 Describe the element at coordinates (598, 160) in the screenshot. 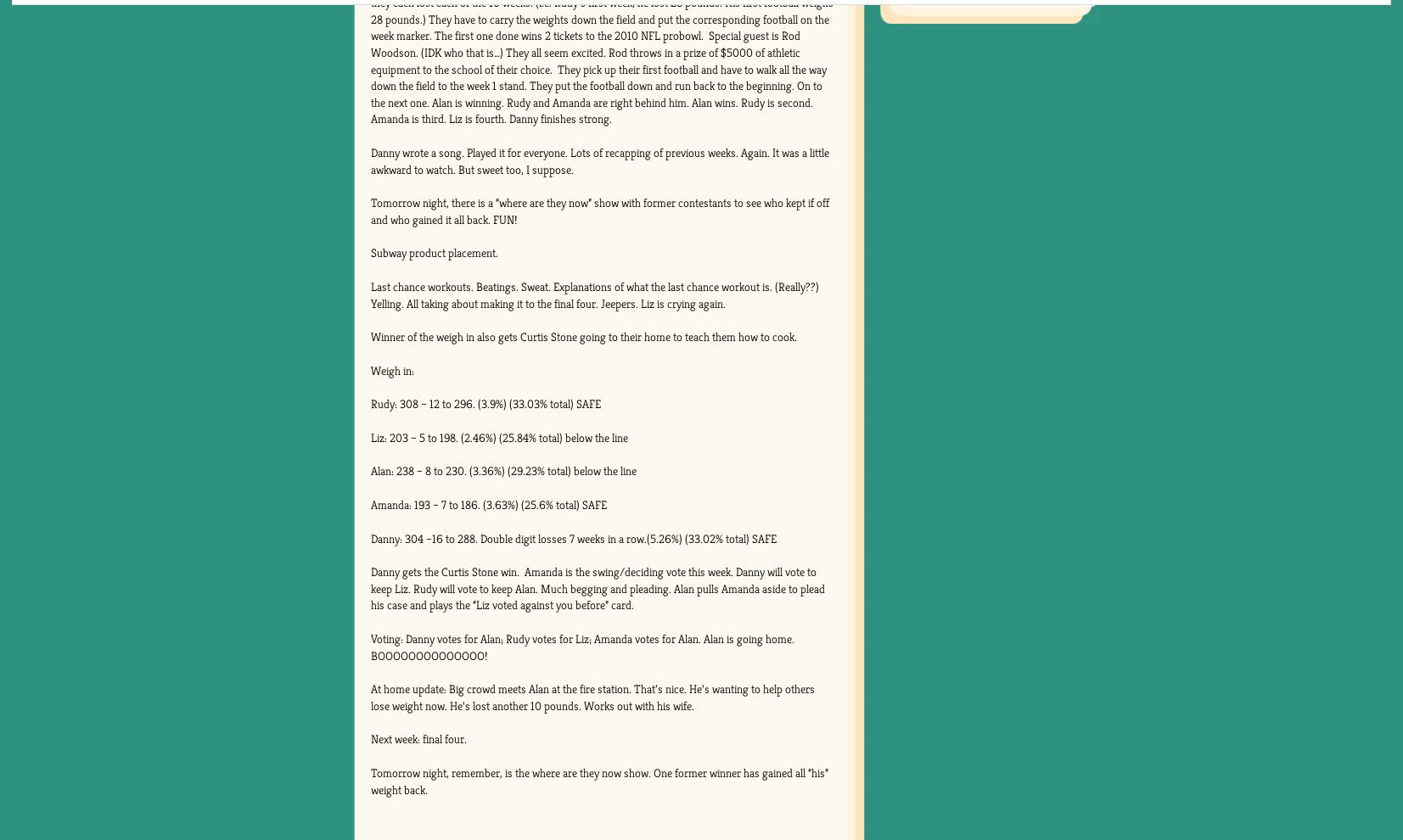

I see `'Danny wrote a song. Played it for everyone. Lots of recapping of previous weeks. Again. It was a little awkward to watch. But sweet too, I suppose.'` at that location.